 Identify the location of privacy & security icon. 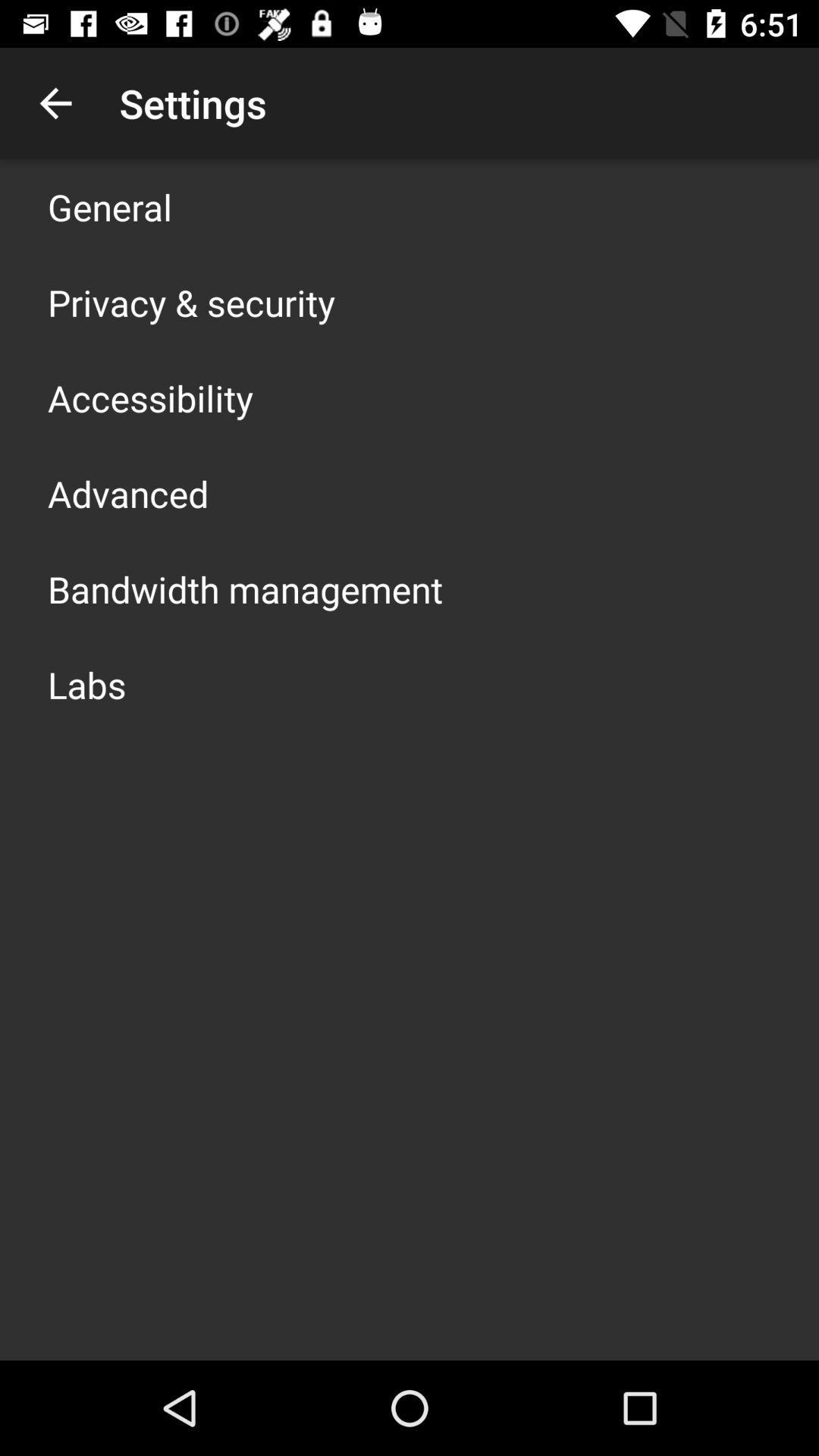
(190, 302).